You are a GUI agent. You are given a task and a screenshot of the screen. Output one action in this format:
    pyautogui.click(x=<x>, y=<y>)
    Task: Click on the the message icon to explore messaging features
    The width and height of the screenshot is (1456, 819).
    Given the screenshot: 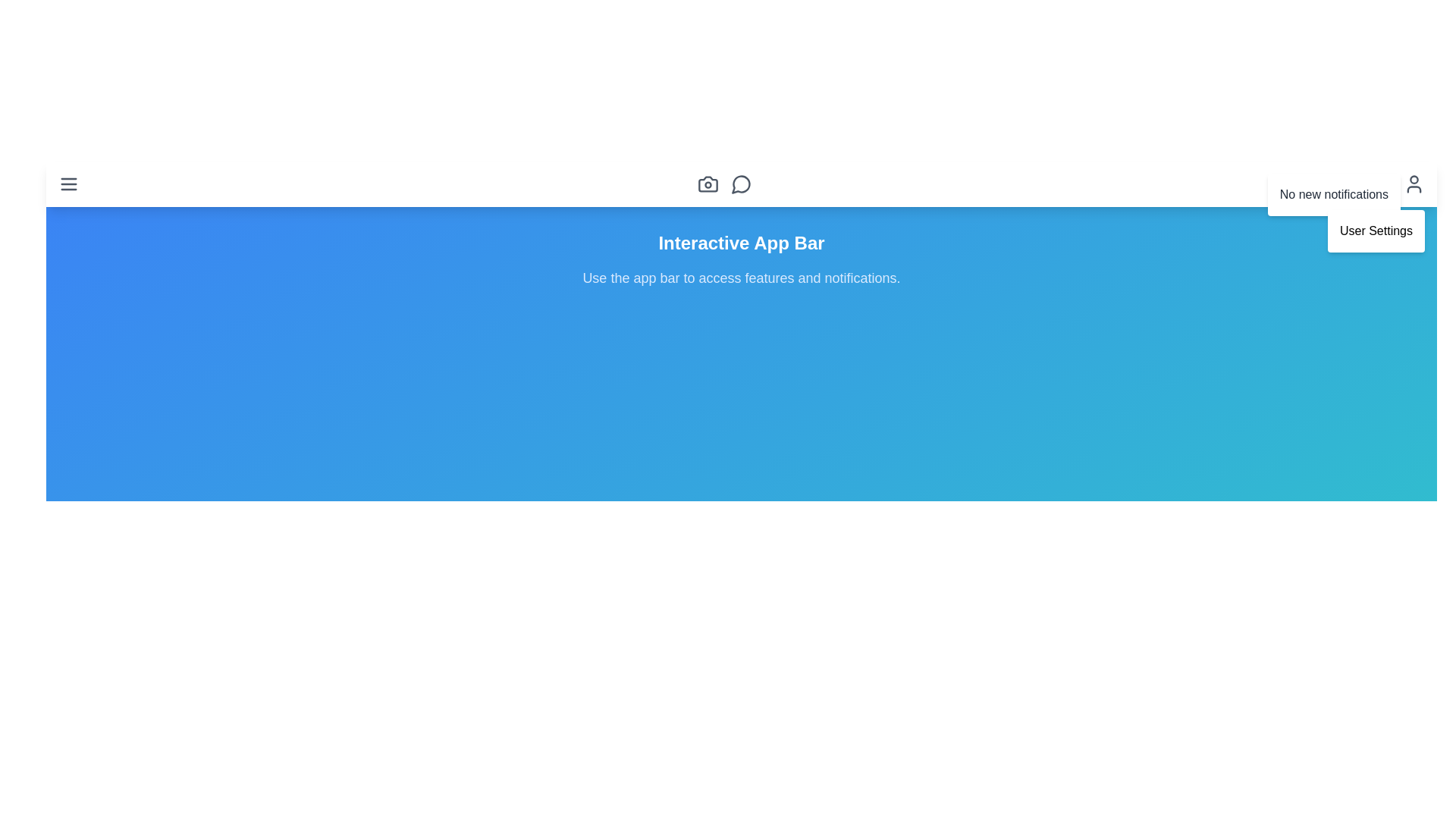 What is the action you would take?
    pyautogui.click(x=742, y=184)
    